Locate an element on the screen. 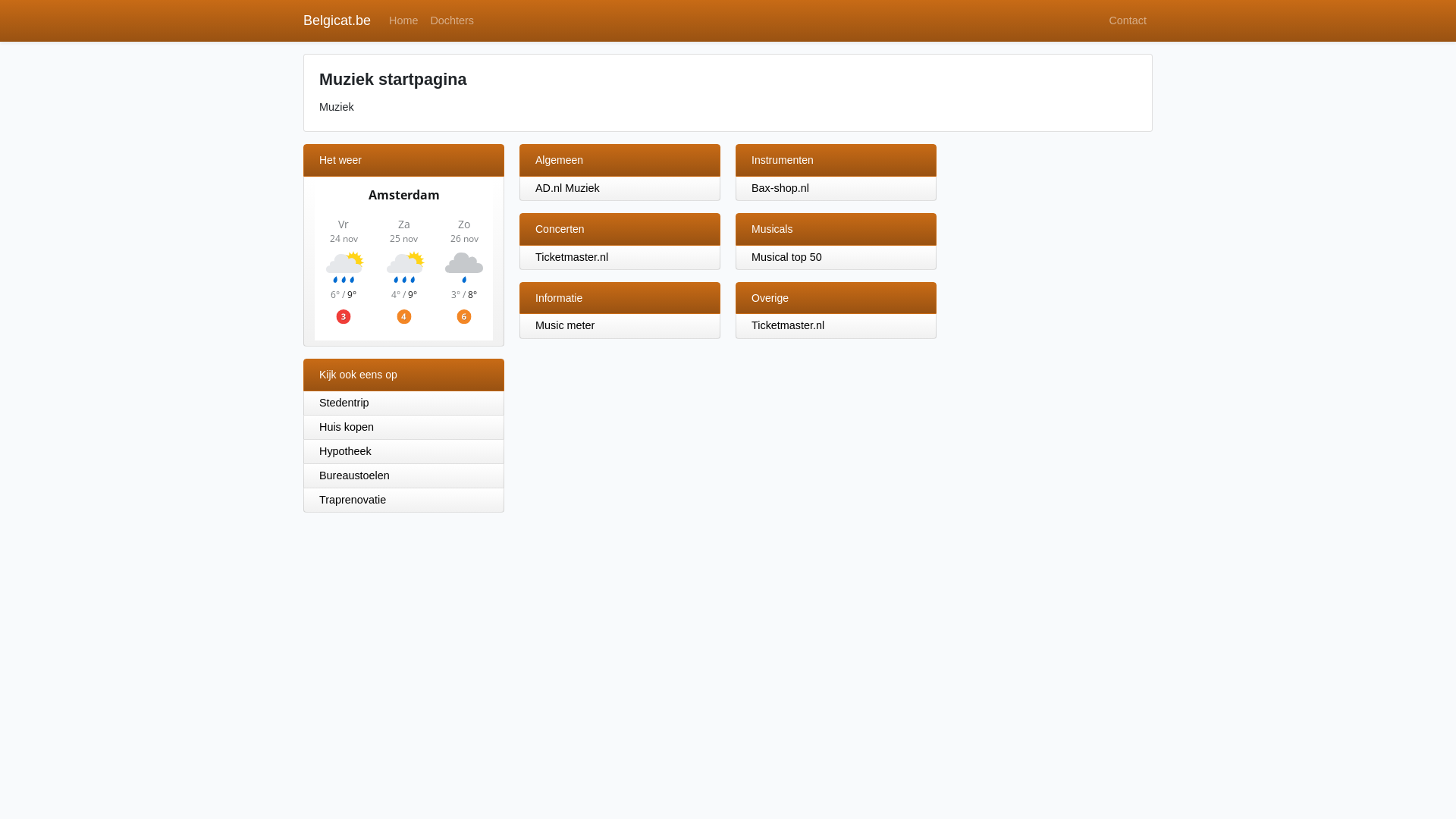 The image size is (1456, 819). 'Hypotheek' is located at coordinates (403, 451).